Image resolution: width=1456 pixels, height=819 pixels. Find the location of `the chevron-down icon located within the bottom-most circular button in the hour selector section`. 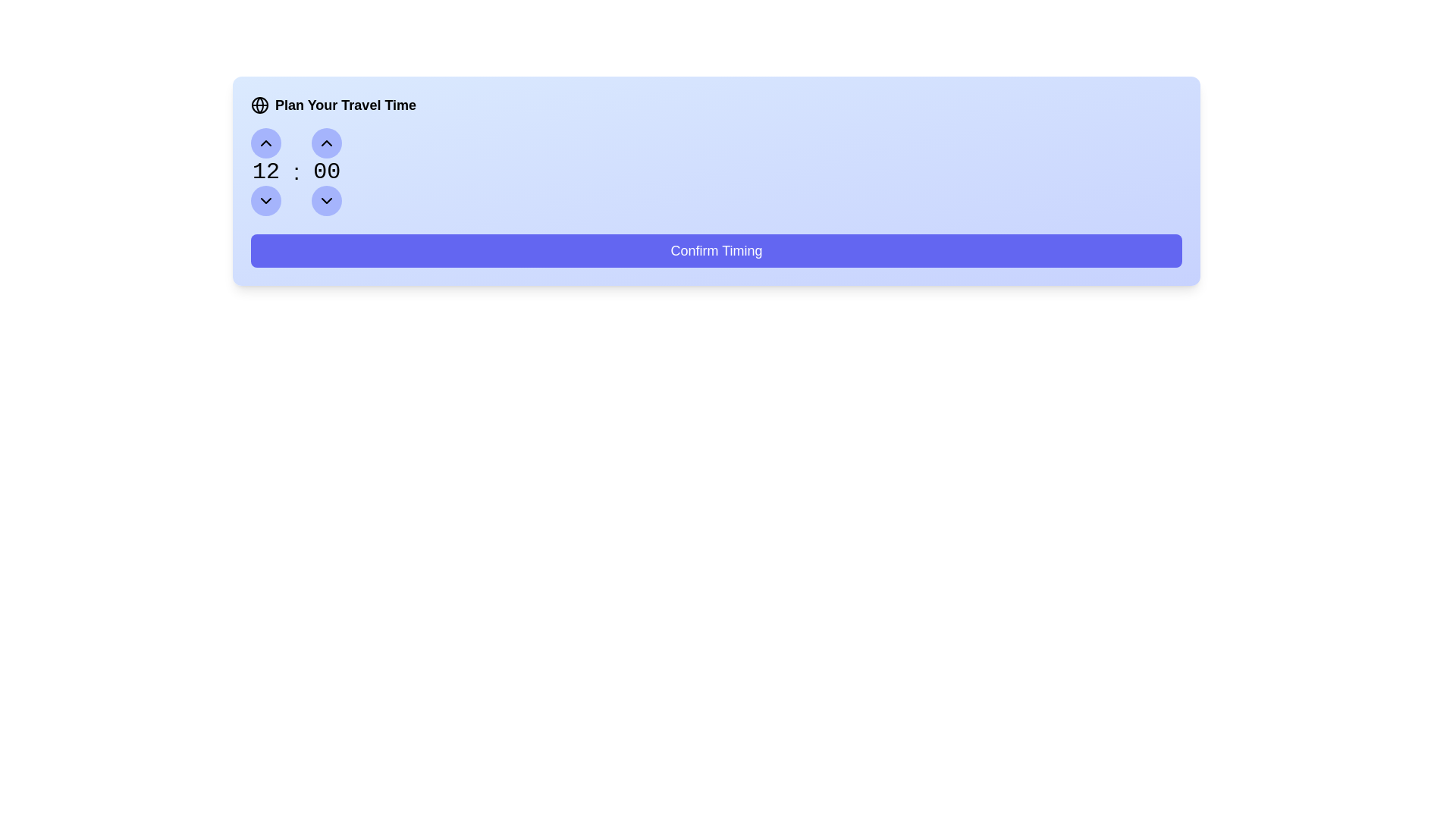

the chevron-down icon located within the bottom-most circular button in the hour selector section is located at coordinates (326, 200).